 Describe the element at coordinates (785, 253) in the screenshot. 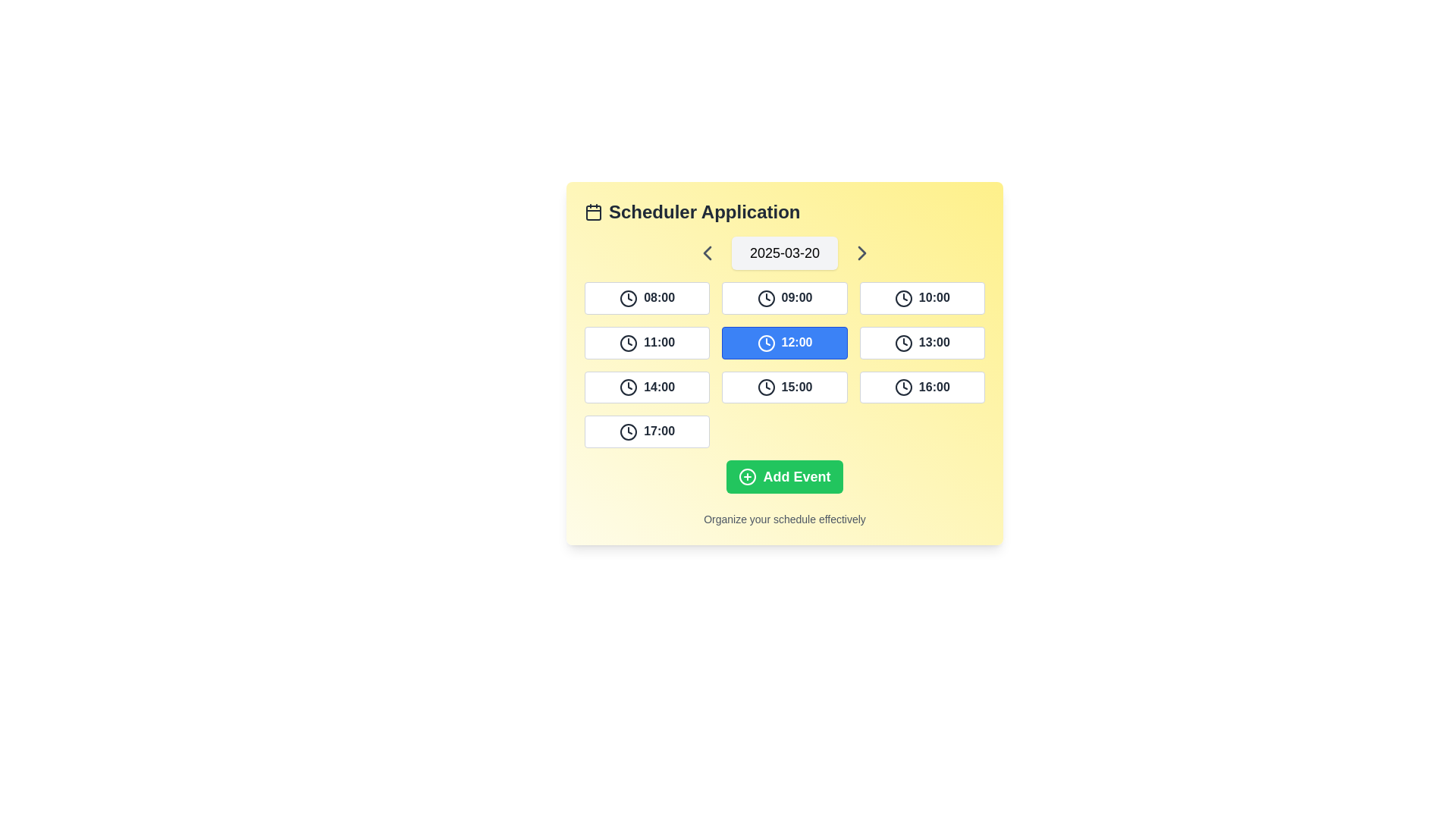

I see `the date display label element located centrally in the header section of the scheduling application interface` at that location.